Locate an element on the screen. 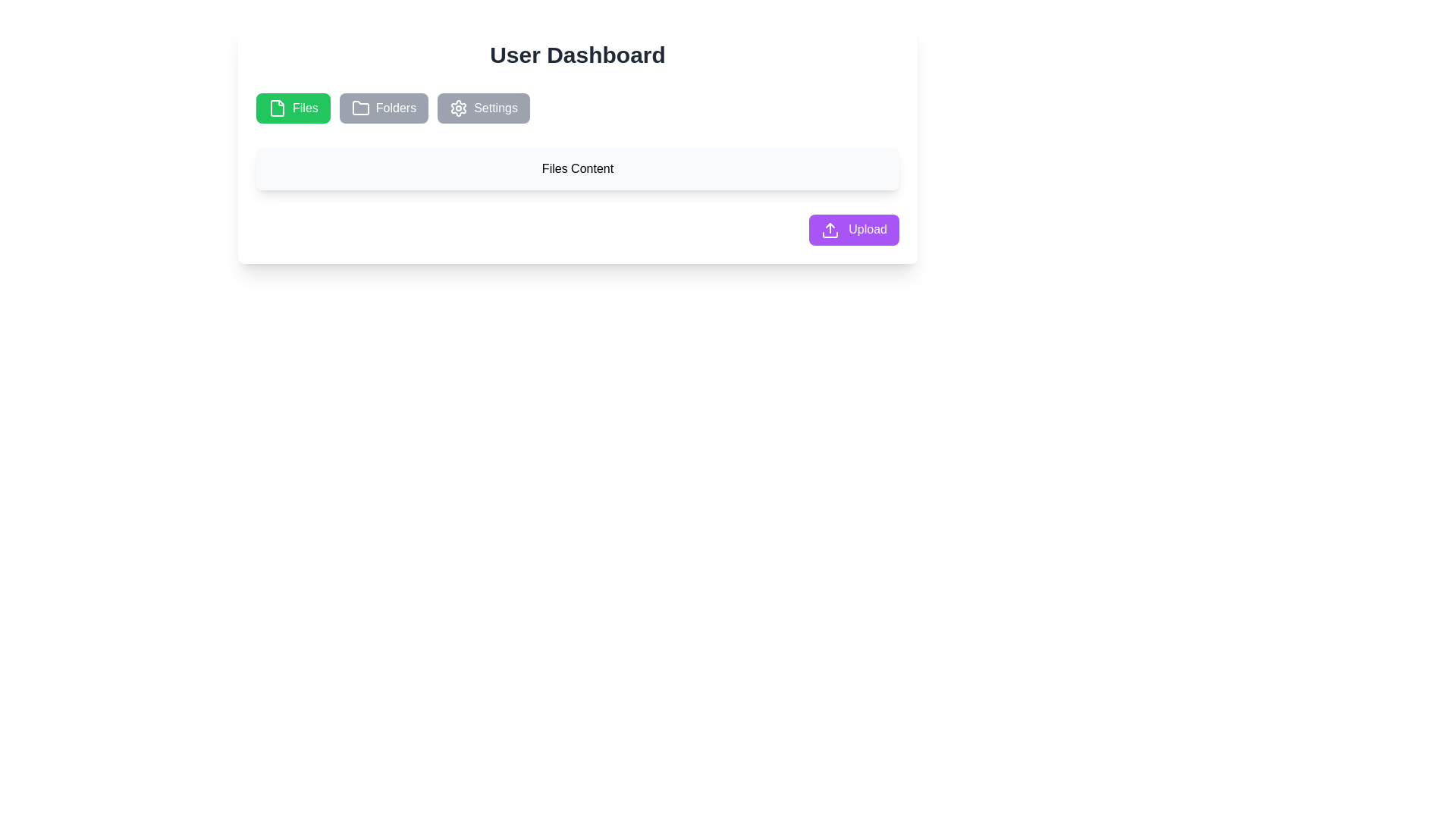 The height and width of the screenshot is (819, 1456). the 'Files' button, which is a rectangular button with rounded edges, green background, and a document icon on the left is located at coordinates (293, 107).